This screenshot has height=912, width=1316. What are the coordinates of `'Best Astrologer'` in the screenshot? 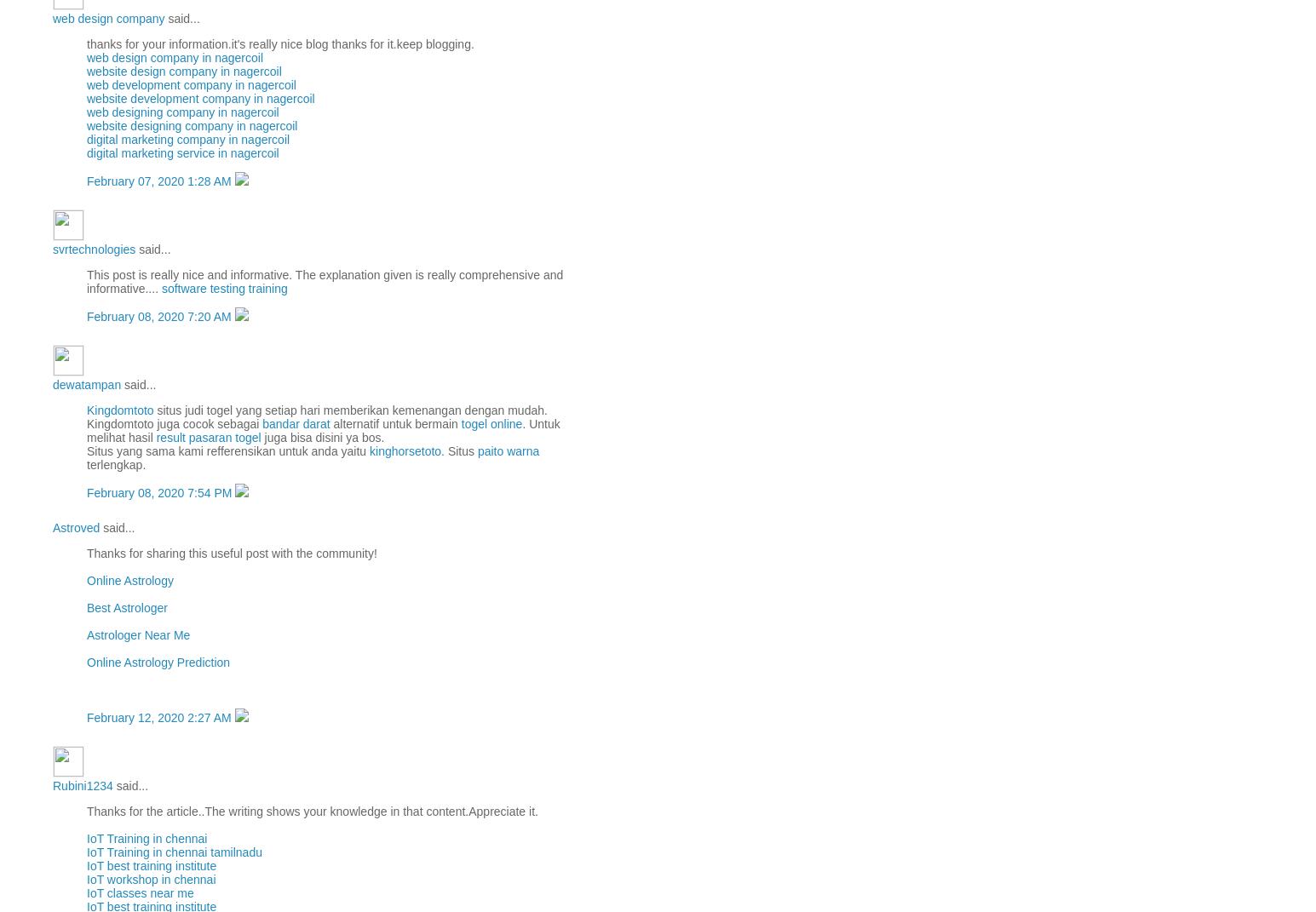 It's located at (85, 606).